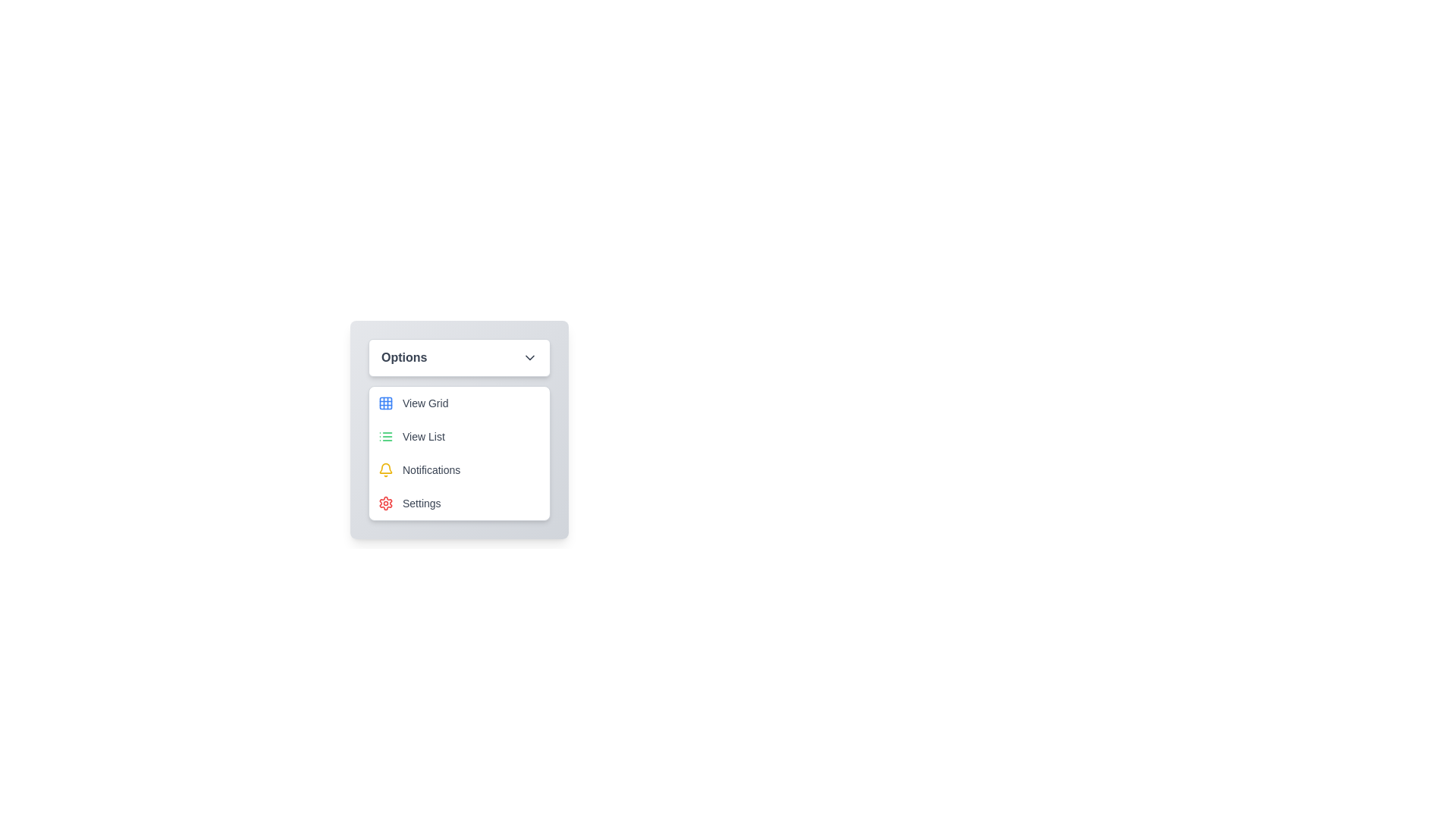  What do you see at coordinates (385, 503) in the screenshot?
I see `the gear-shaped icon at the bottom right of the dropdown menu labeled 'Settings' to interact with settings` at bounding box center [385, 503].